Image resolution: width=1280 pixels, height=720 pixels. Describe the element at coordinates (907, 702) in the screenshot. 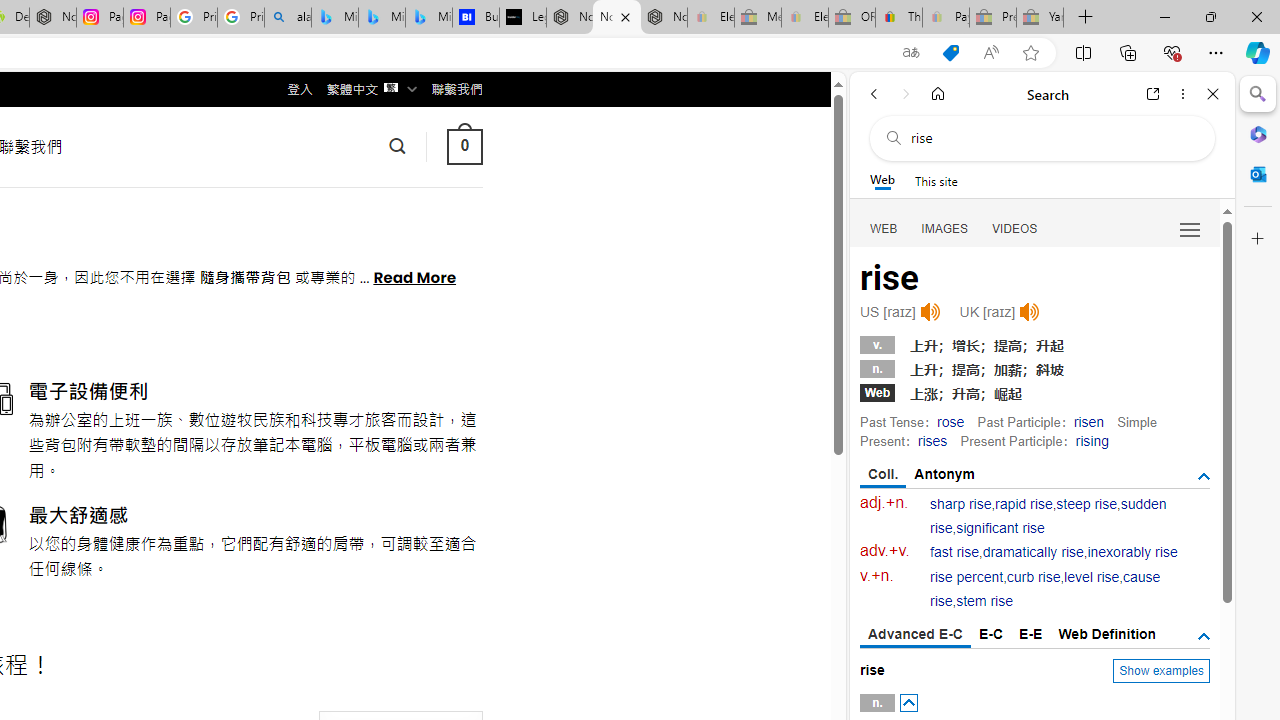

I see `'AutomationID: posbtn_0'` at that location.